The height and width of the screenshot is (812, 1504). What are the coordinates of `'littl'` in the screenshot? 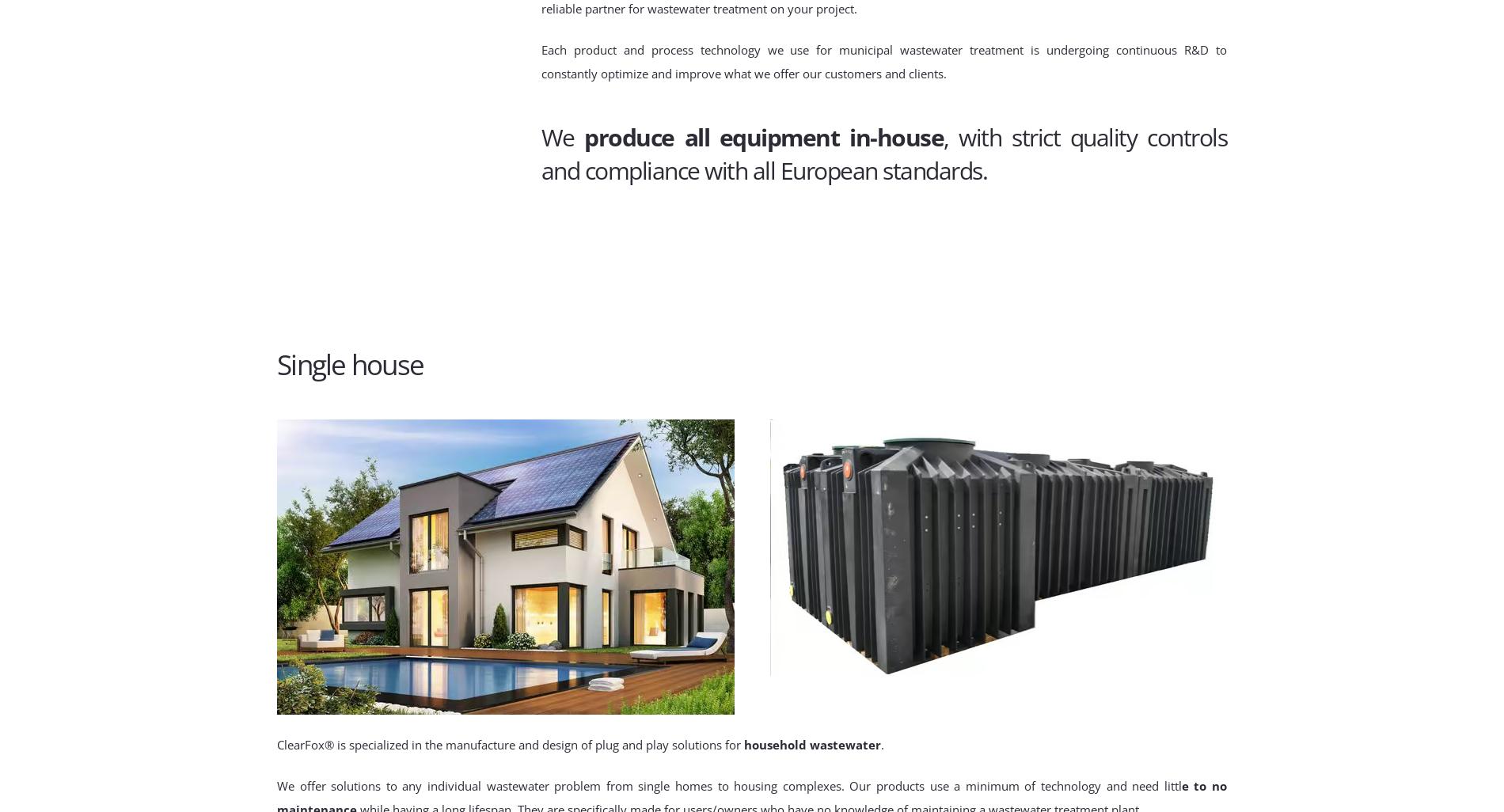 It's located at (1172, 784).